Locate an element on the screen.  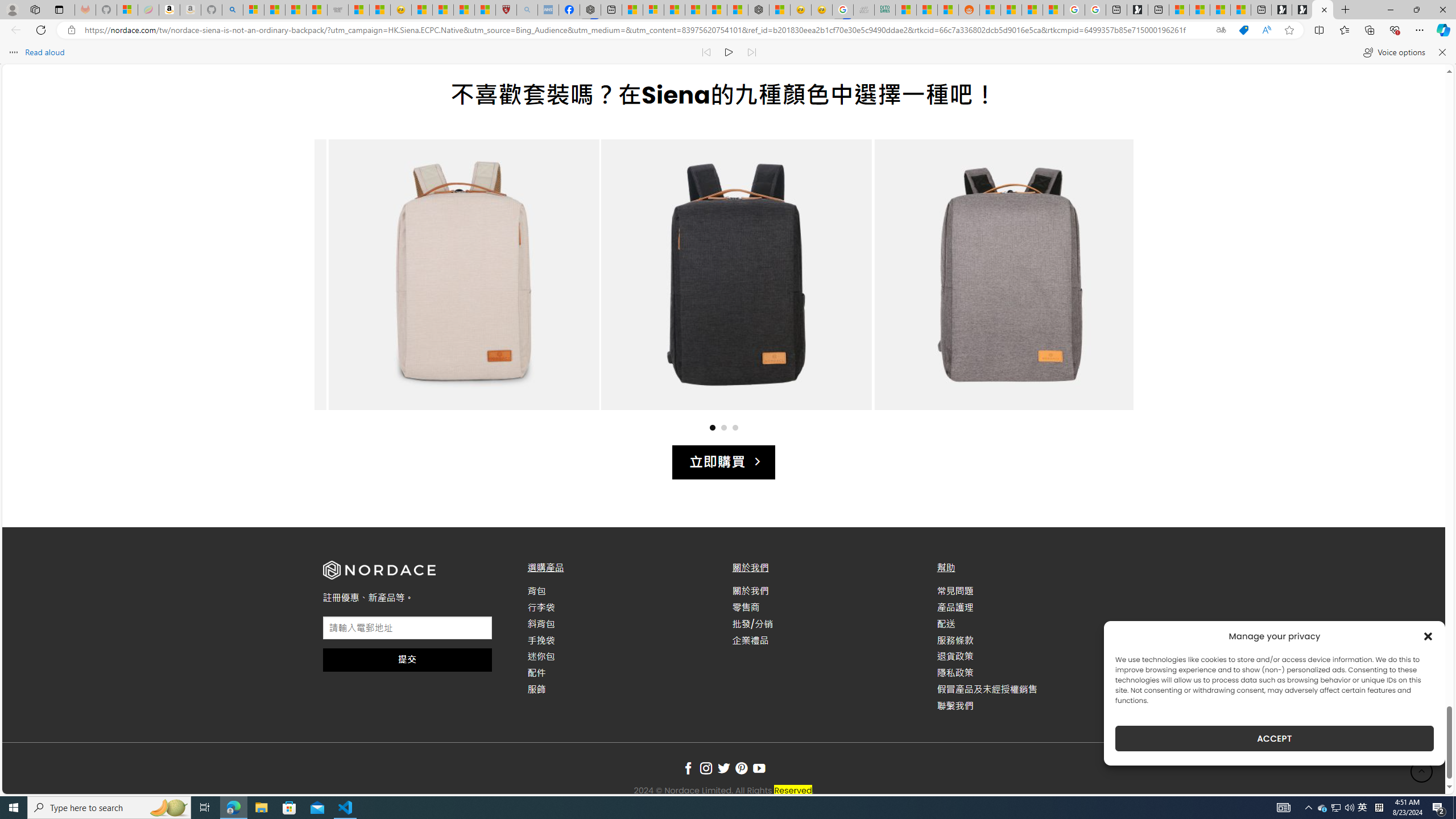
'Follow on Pinterest' is located at coordinates (741, 768).